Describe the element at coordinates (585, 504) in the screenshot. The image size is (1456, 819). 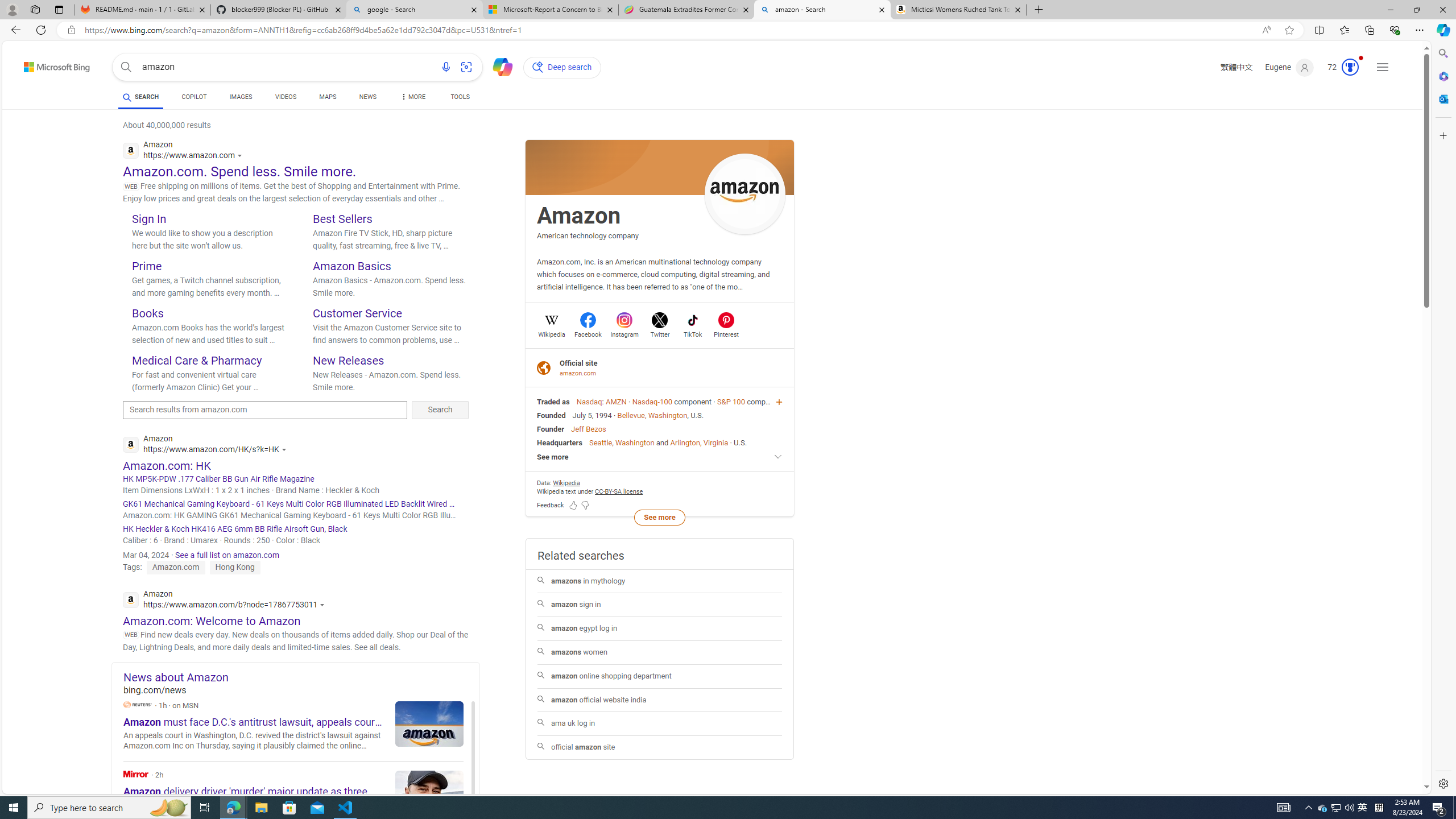
I see `'Feedback Dislike'` at that location.